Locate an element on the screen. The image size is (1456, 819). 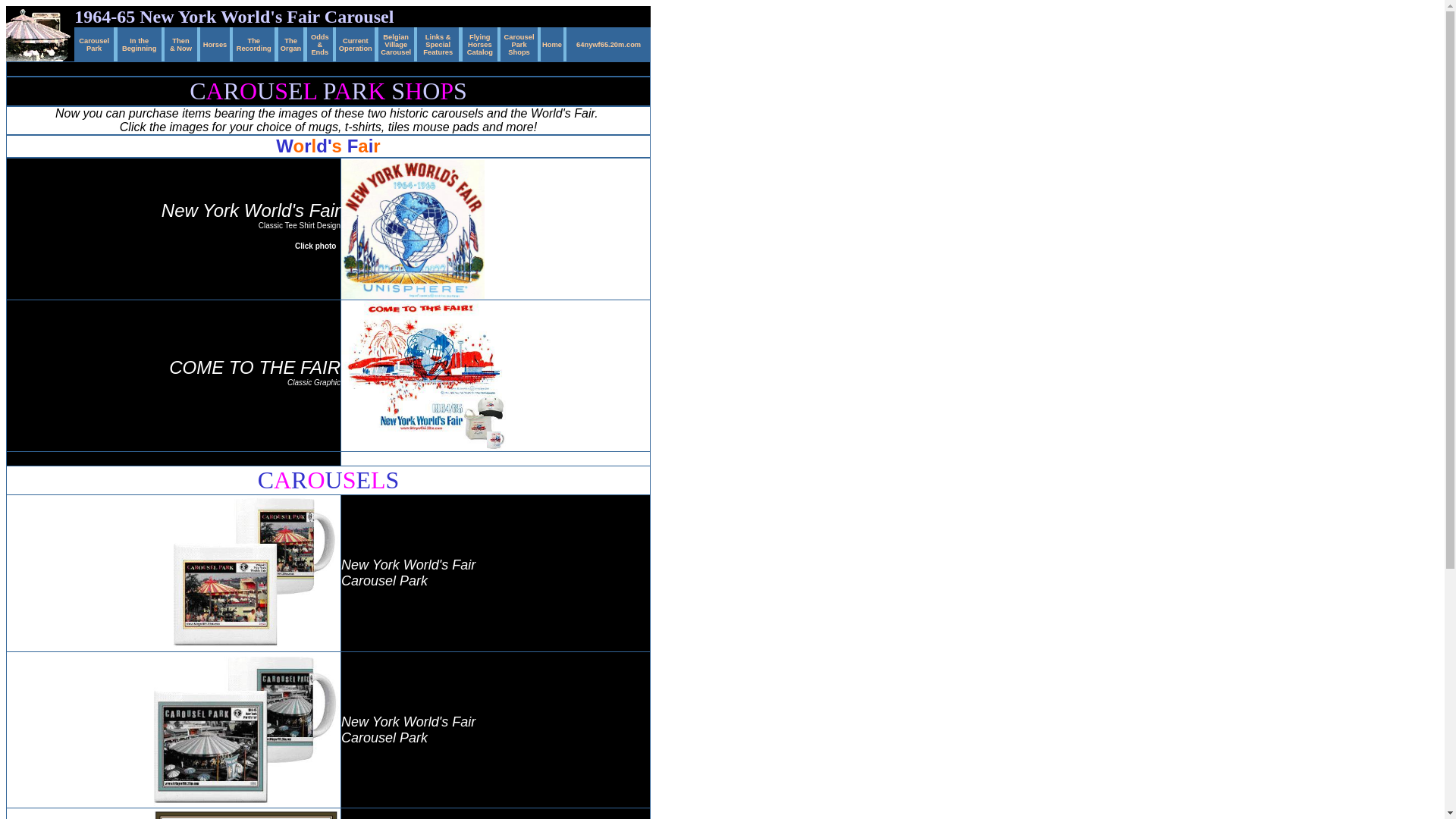
'Odds is located at coordinates (309, 42).